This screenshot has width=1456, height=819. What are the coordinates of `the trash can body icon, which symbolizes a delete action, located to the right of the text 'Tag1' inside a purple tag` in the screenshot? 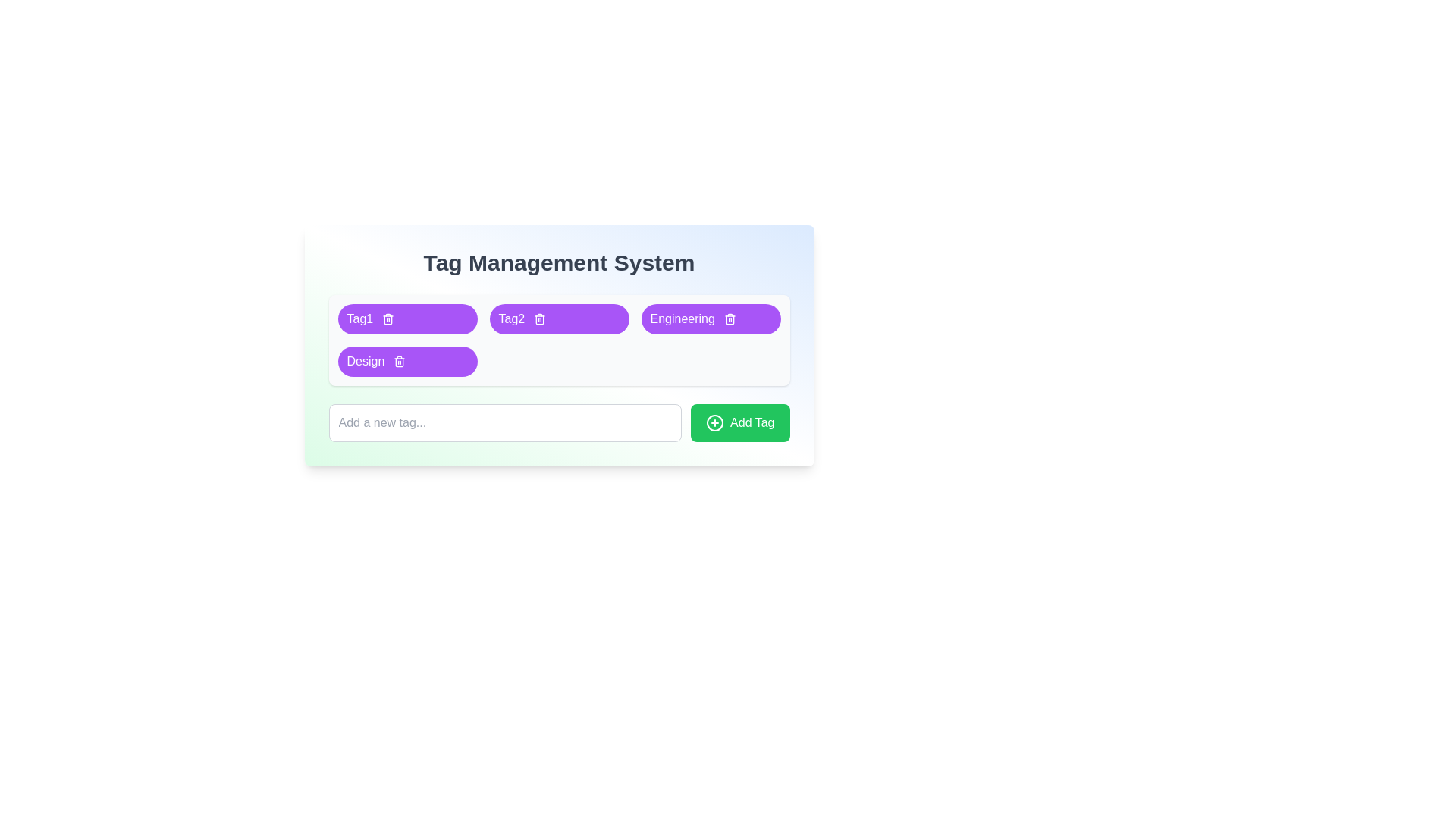 It's located at (388, 319).